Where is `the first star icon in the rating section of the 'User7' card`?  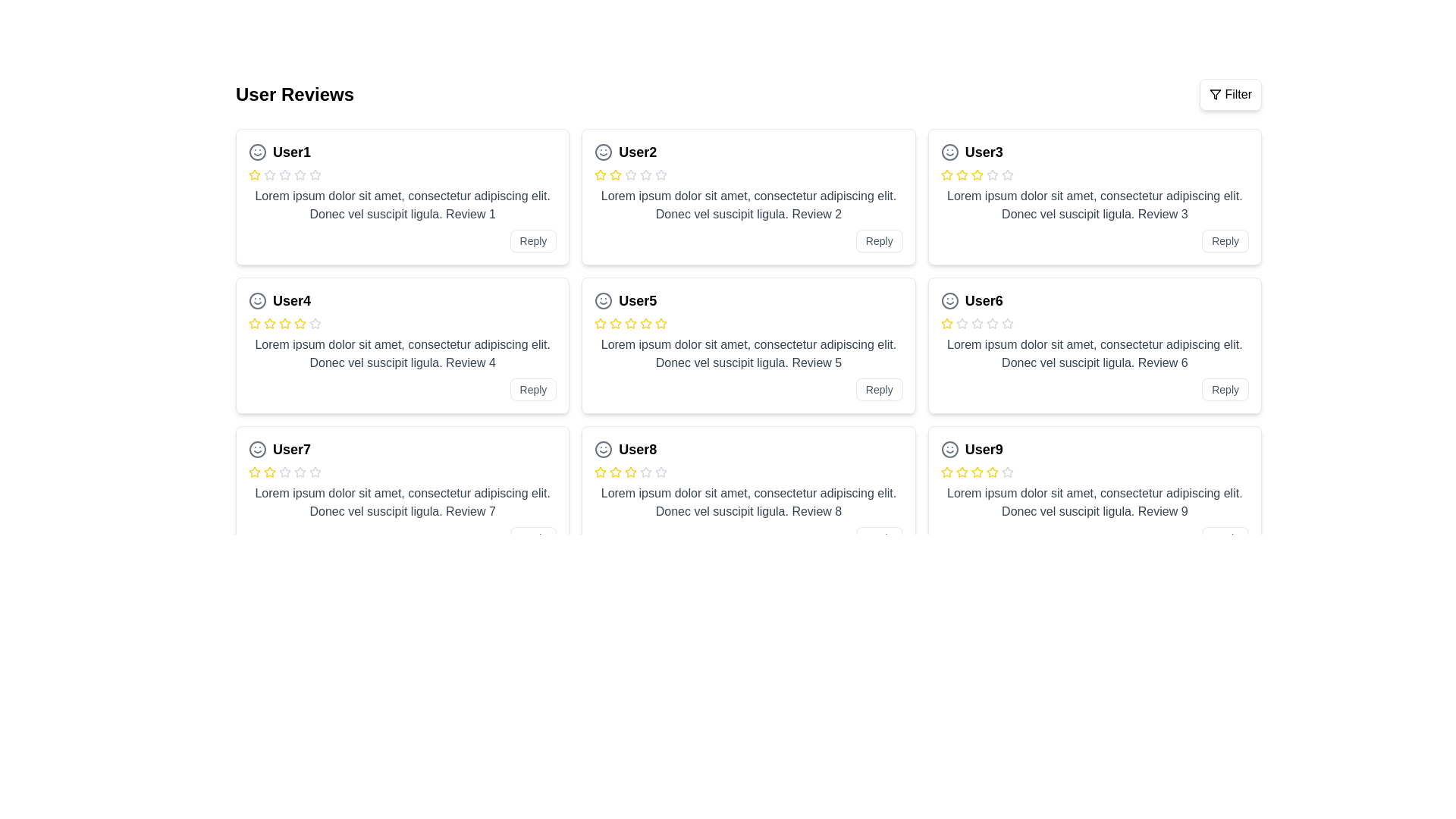 the first star icon in the rating section of the 'User7' card is located at coordinates (255, 472).